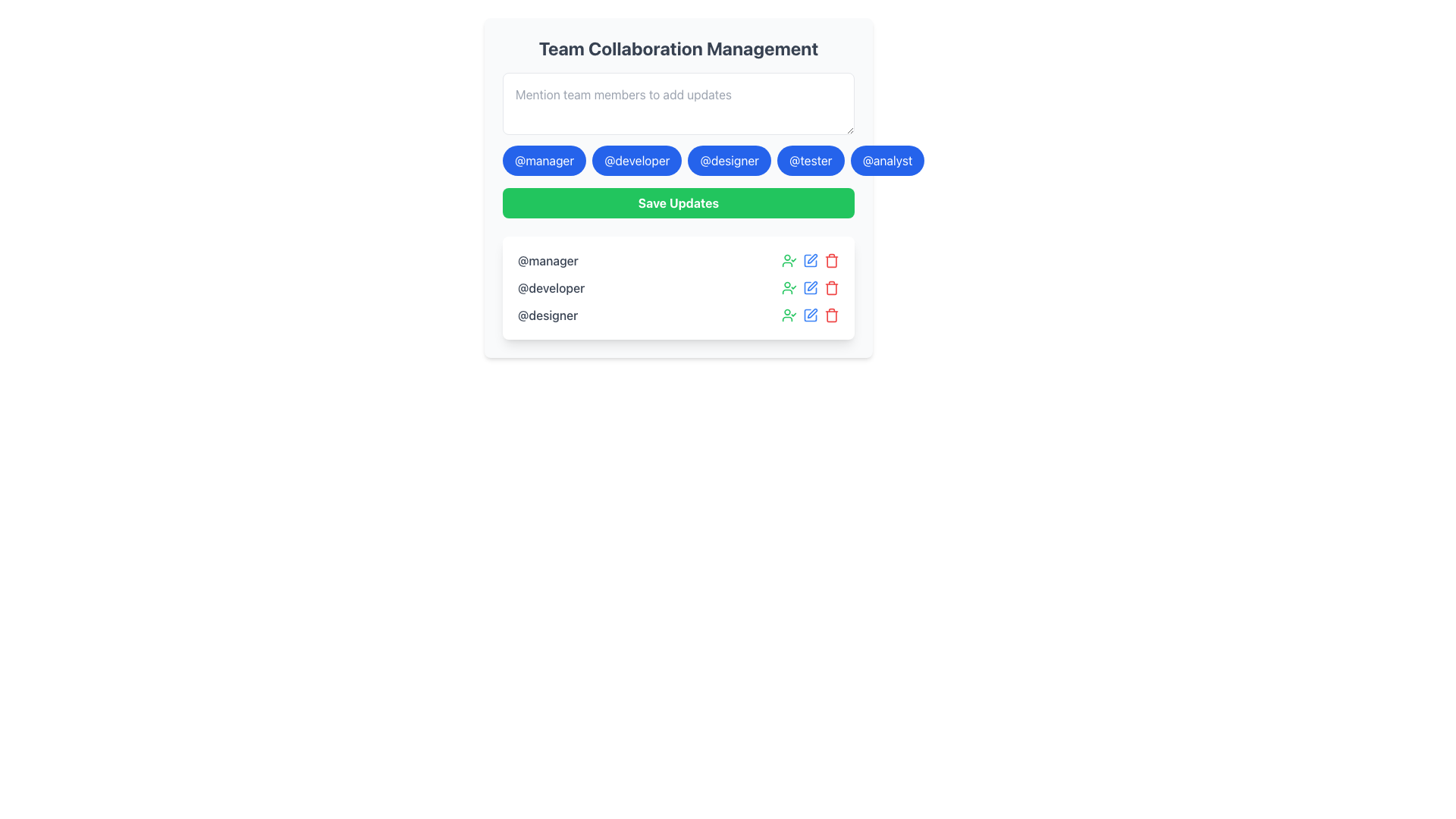 Image resolution: width=1456 pixels, height=819 pixels. Describe the element at coordinates (810, 259) in the screenshot. I see `the edit icon located to the right of the text '@developer' in the second row of the list` at that location.